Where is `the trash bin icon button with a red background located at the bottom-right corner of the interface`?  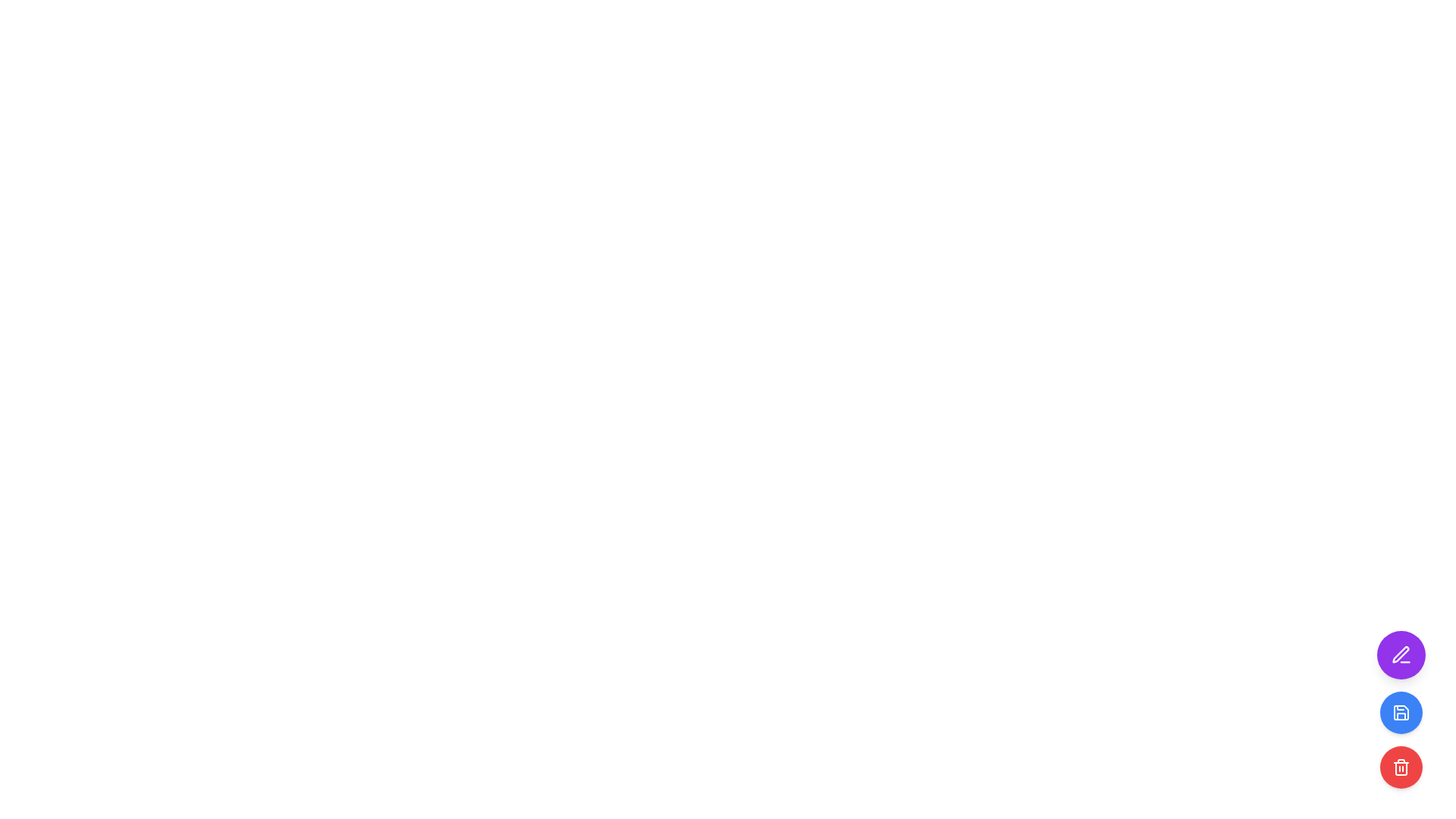
the trash bin icon button with a red background located at the bottom-right corner of the interface is located at coordinates (1401, 767).